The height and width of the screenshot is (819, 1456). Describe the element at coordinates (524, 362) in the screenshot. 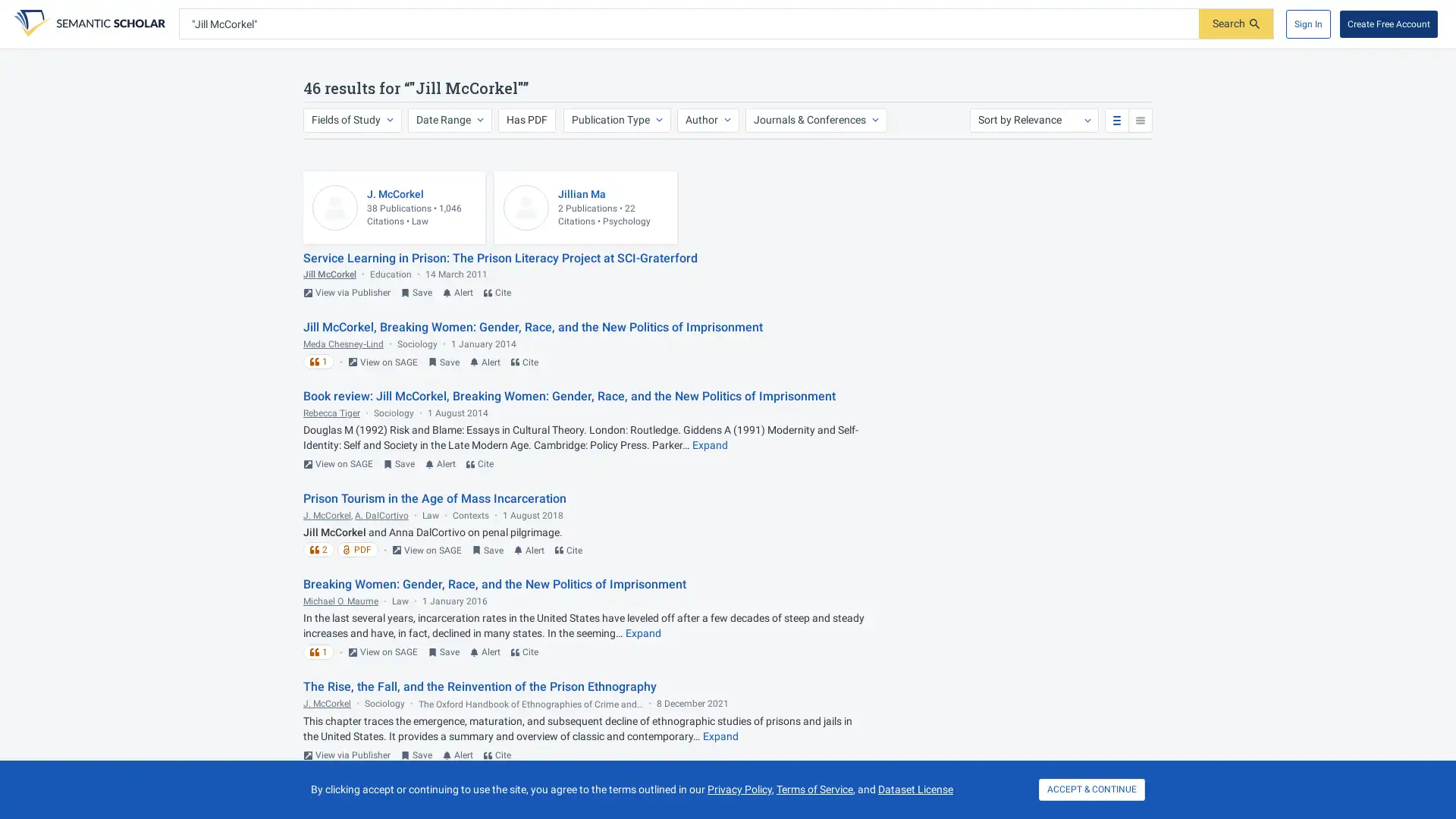

I see `Cite this paper` at that location.